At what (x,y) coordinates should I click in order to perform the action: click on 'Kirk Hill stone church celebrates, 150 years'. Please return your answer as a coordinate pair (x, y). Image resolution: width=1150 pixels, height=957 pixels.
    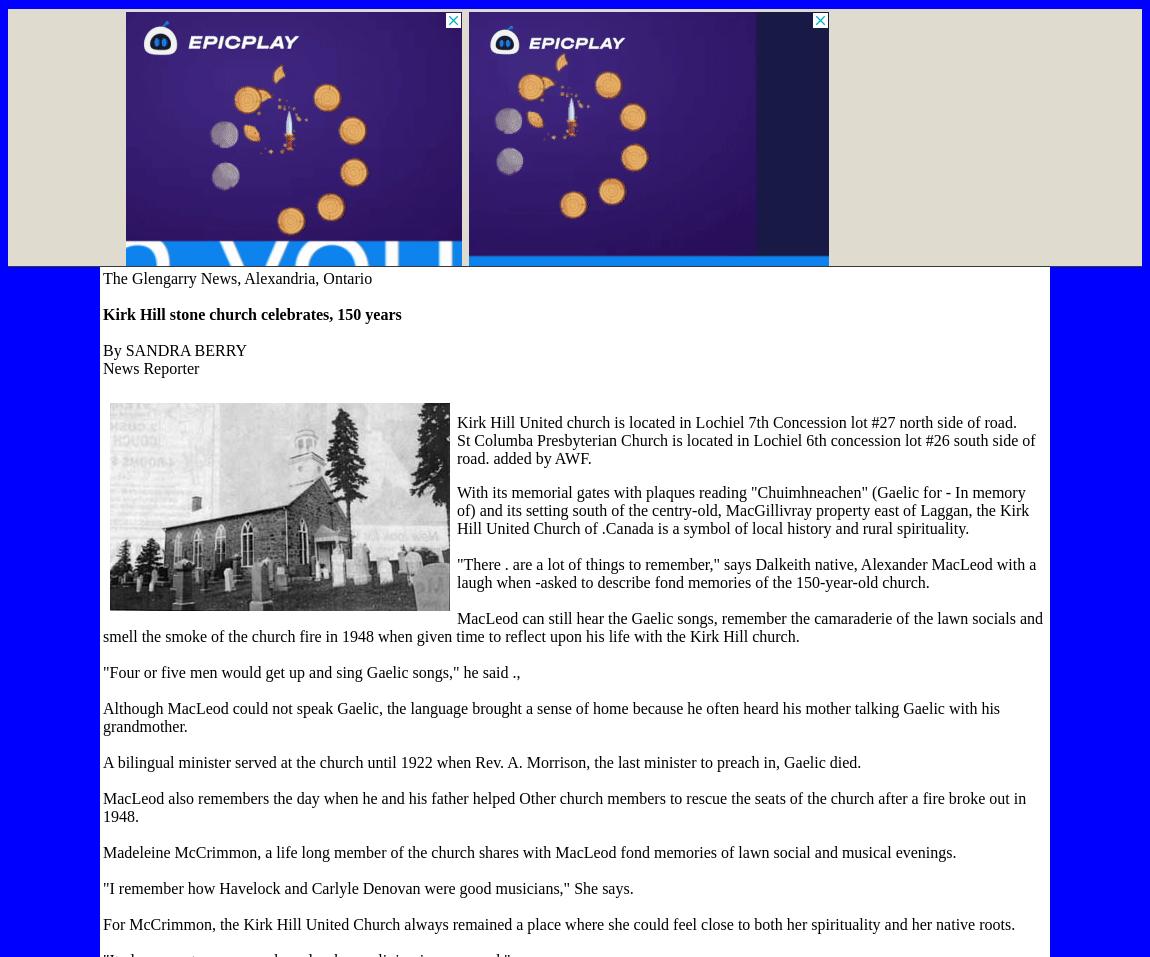
    Looking at the image, I should click on (250, 314).